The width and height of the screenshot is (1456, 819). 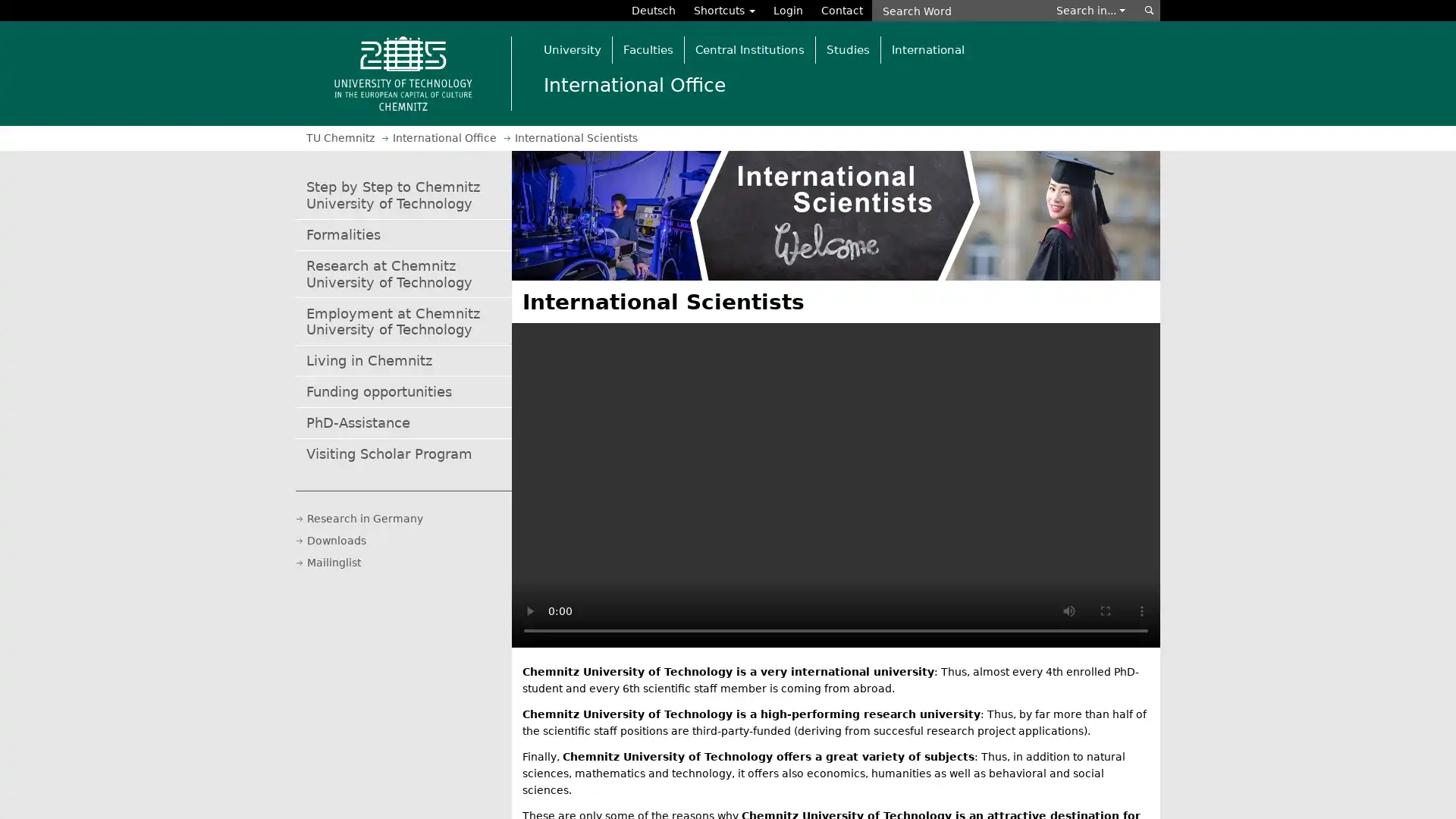 I want to click on Studies, so click(x=847, y=49).